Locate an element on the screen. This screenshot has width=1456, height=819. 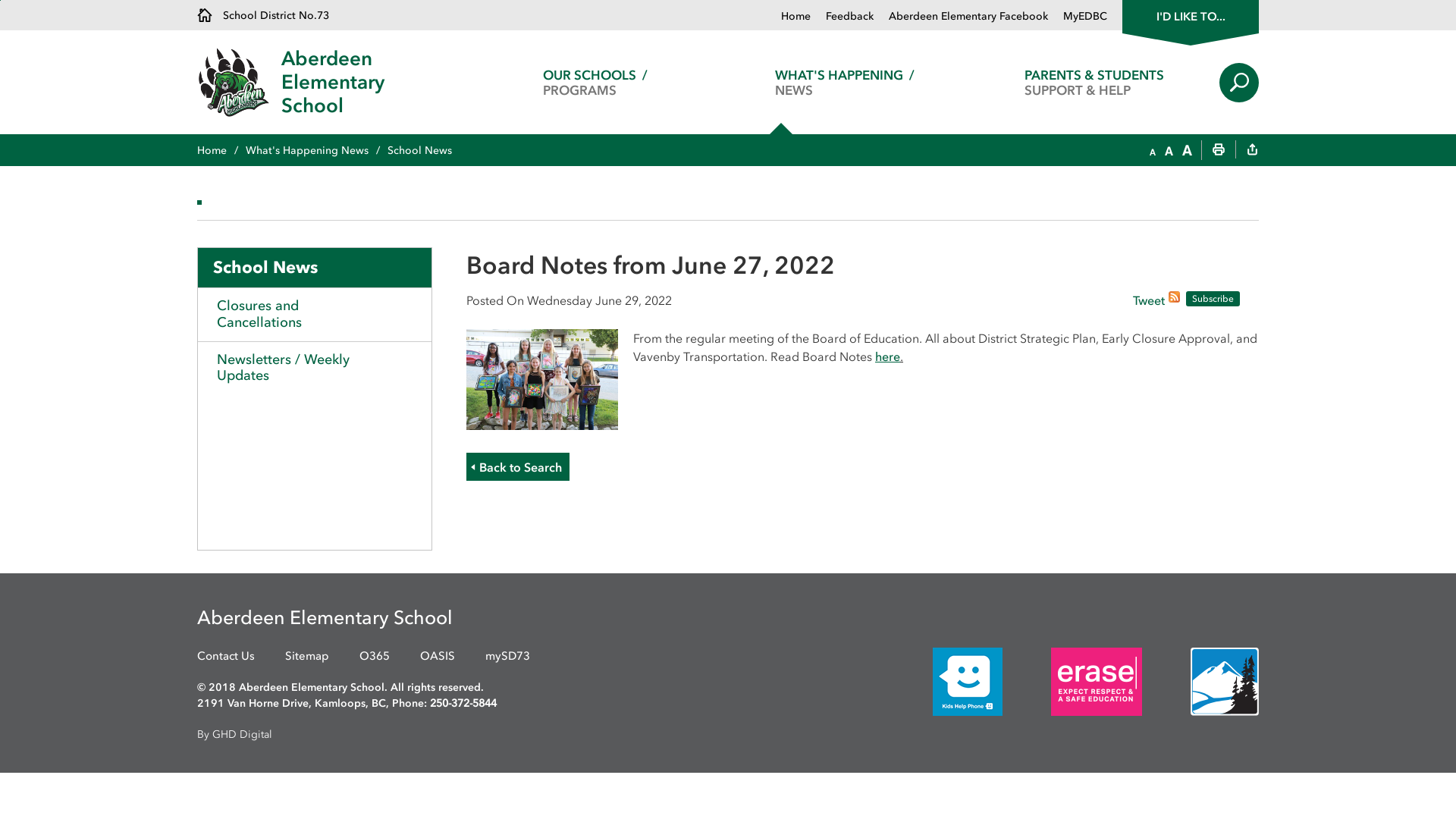
'OUR SCHOOLS is located at coordinates (594, 82).